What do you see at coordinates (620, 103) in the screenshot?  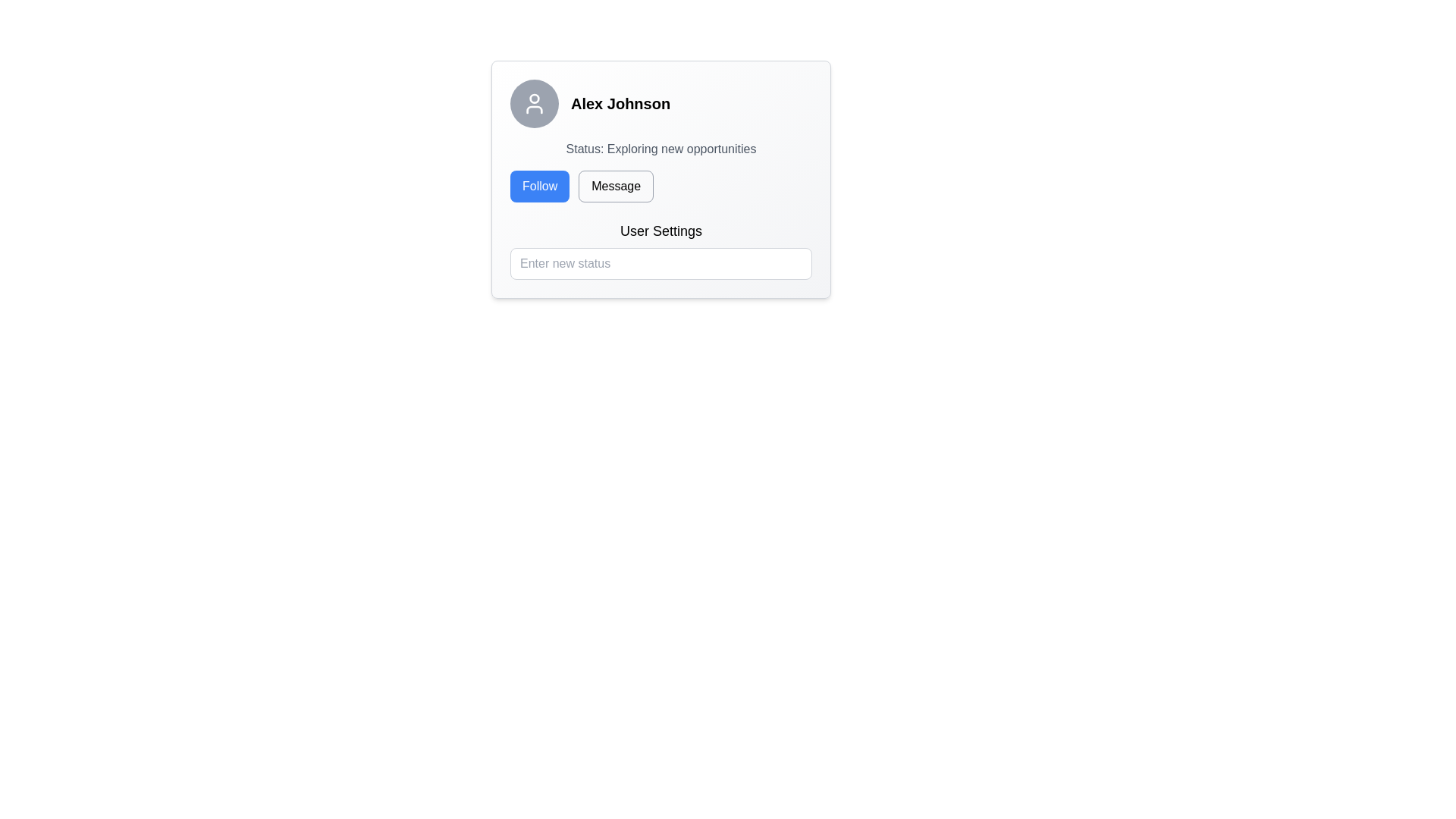 I see `the text element displaying 'Alex Johnson' which is styled in a bold, larger font and is located to the right of a circular user icon and above the status text` at bounding box center [620, 103].